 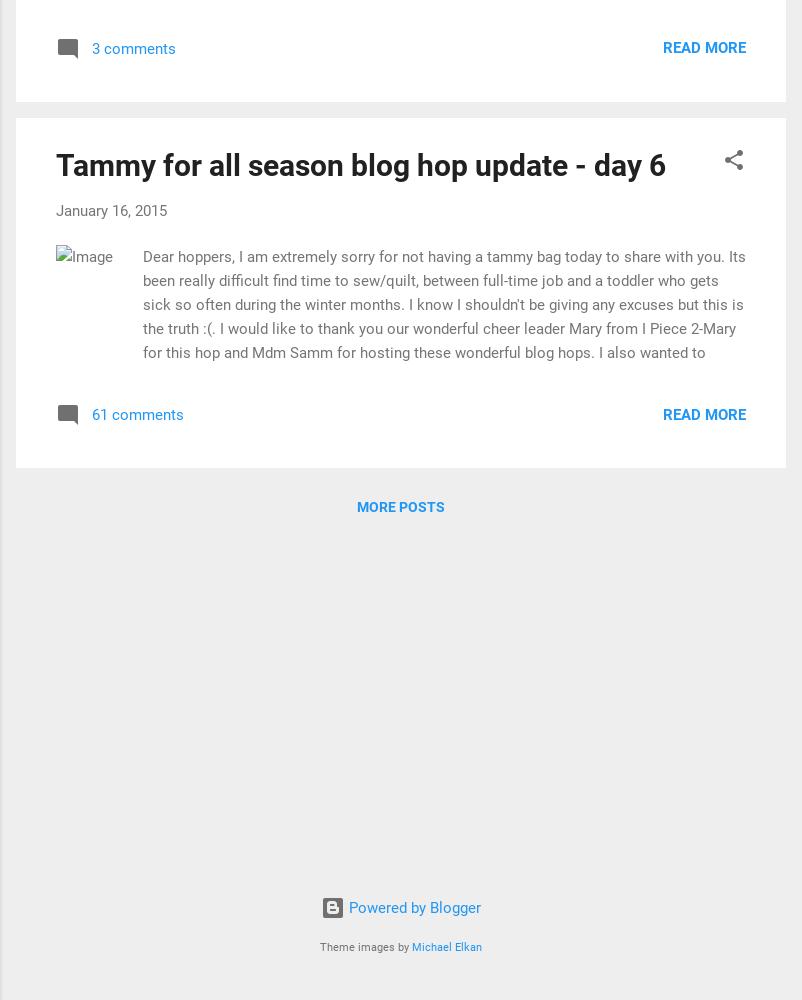 What do you see at coordinates (443, 377) in the screenshot?
I see `'Dear hoppers, I am extremely sorry for not having a tammy bag today to share with you. Its been really difficult find time to sew/quilt, between full-time job and a toddler who gets sick so often during the winter months. I know I shouldn't be giving any excuses but this is the truth :(.   I would like to thank you our wonderful cheer leader Mary from I Piece 2-Mary  for this hop and Mdm Samm for hosting these wonderful blog hops.   I also wanted to thank Brooke Nolan  and  Cori Blunt  for creating wonderful patterns for the hop.       Today's schedule.   January 16, 2015      Kwilt Krazy   Selina Quilts   Hill Valley Quilter Lakeshore Stitches Malini's Quilting Adventure (You're HERE)   Julia Plunkett will post on  Sewwequilt      I would like to make it up to you and by giving away this beautiful FQ bundle from Art Gallery Fabrics Geometric Bliss Collection by Jeni Baker .      Geometric Bliss FQ bundle - 20 prints   All you have do is visit the other hoppers for toda'` at bounding box center [443, 377].